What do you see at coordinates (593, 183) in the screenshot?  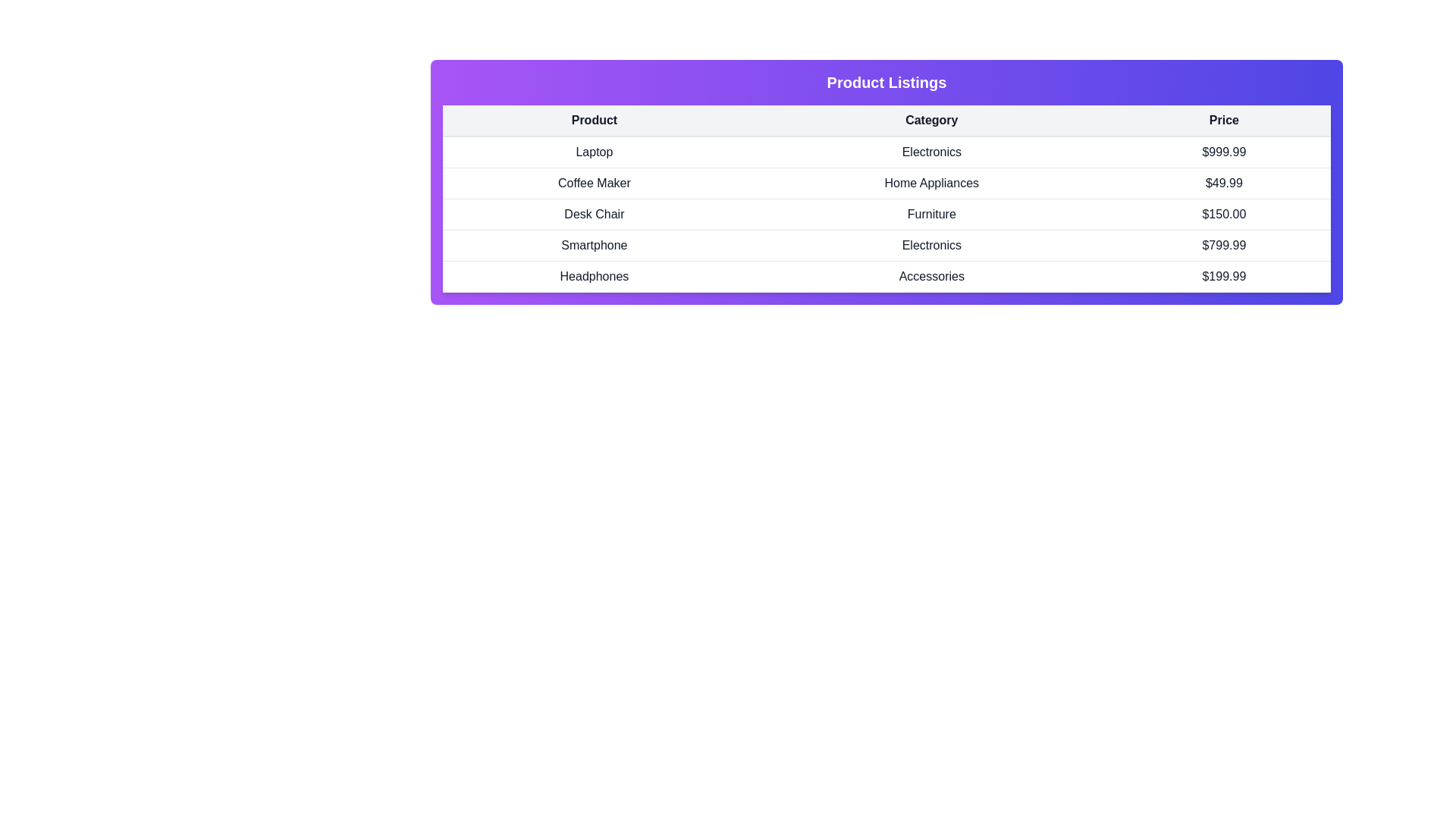 I see `the Text label that identifies the product entry for 'Home Appliances' in the second row of the product listing table` at bounding box center [593, 183].